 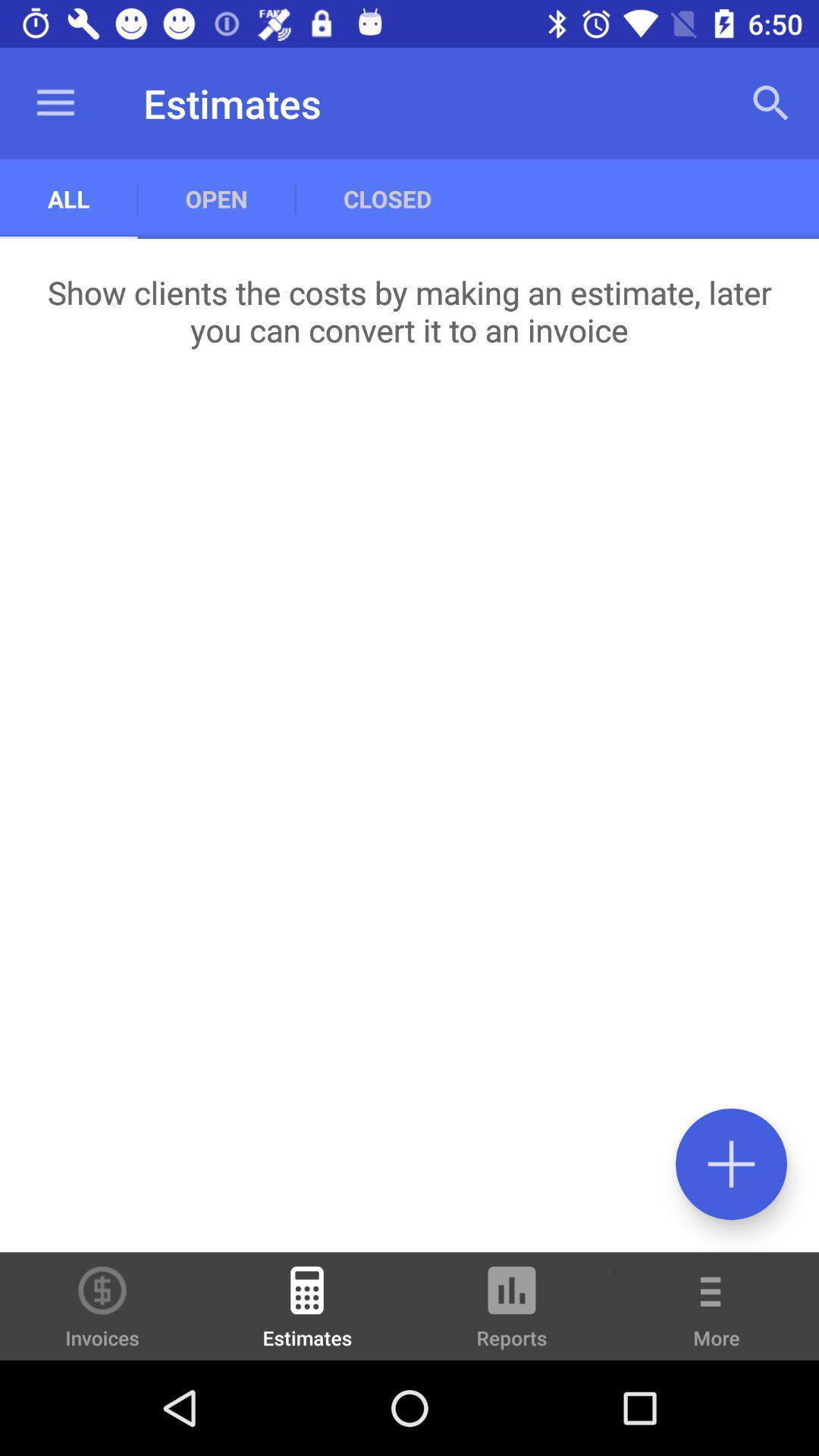 What do you see at coordinates (102, 1305) in the screenshot?
I see `item next to the estimates icon` at bounding box center [102, 1305].